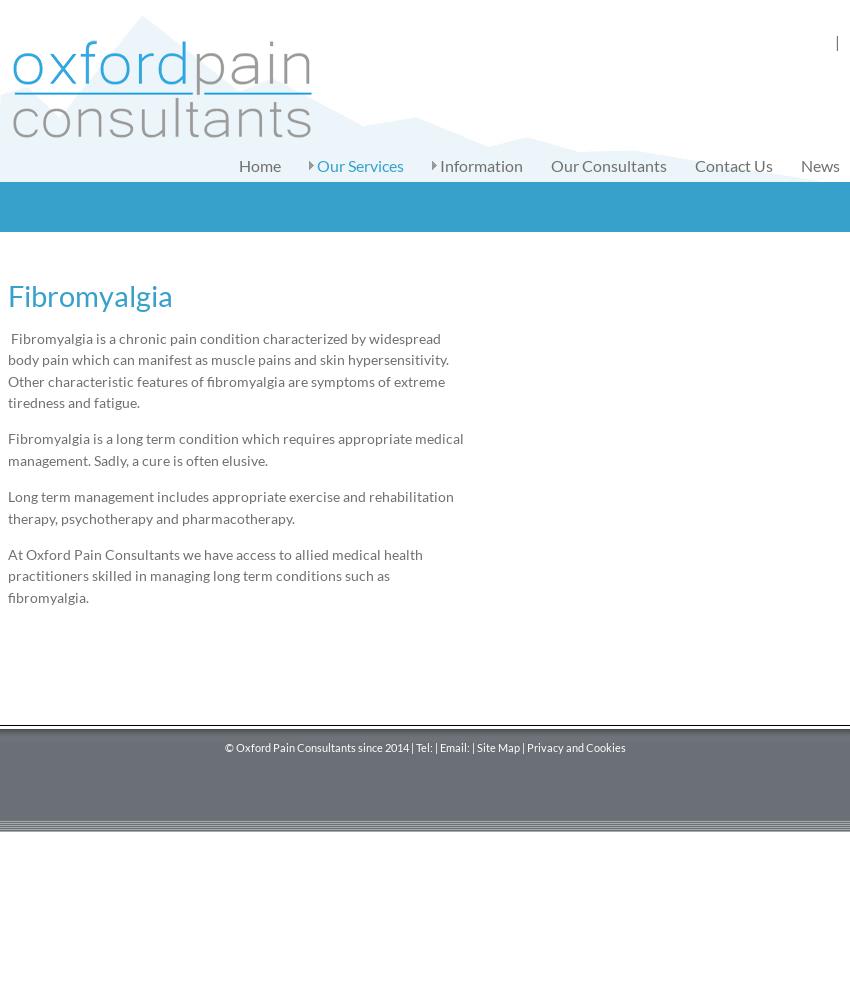 This screenshot has width=850, height=1000. I want to click on 'Our Consultants', so click(608, 165).